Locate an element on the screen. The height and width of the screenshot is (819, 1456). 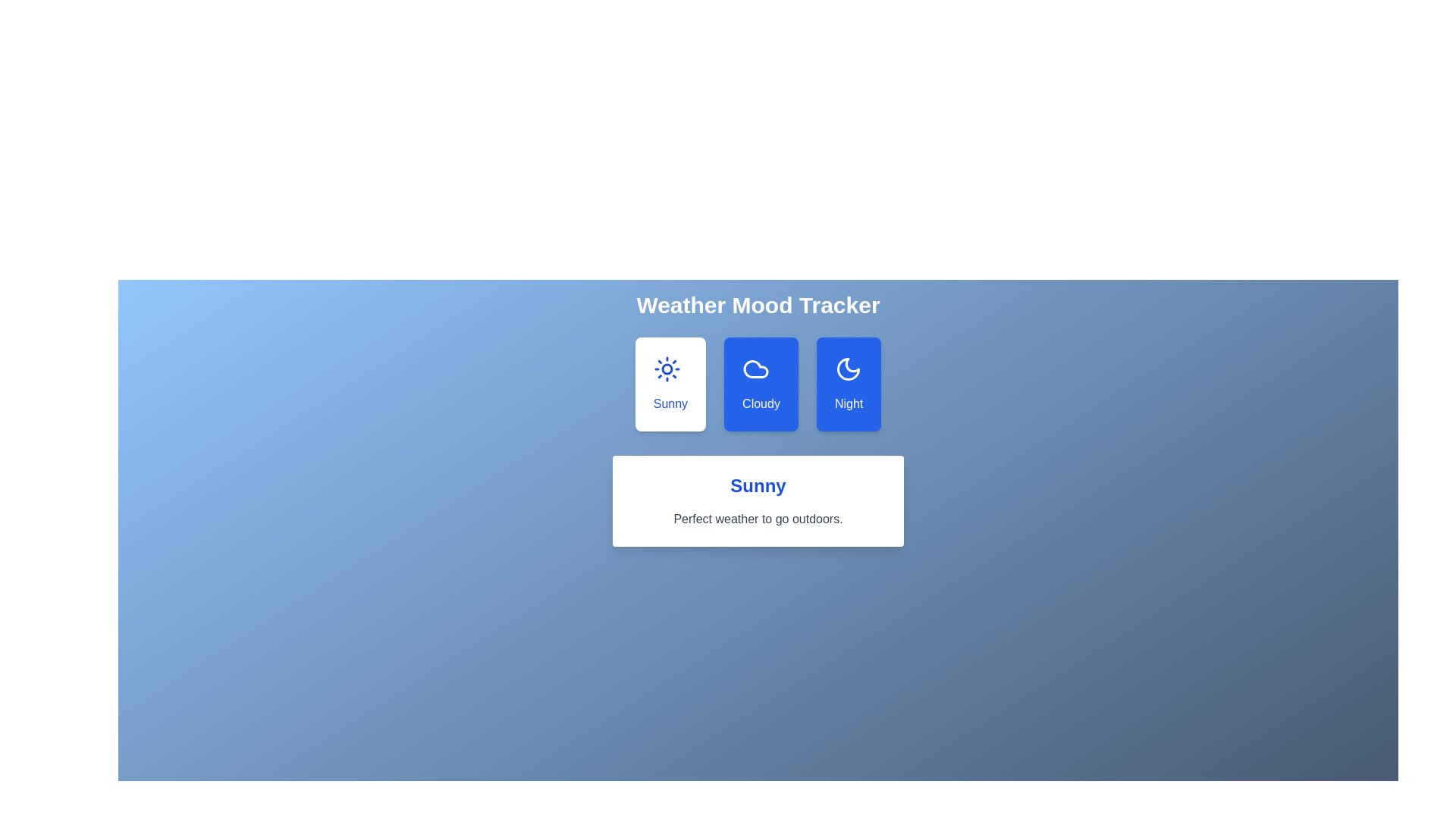
the weather option Cloudy to activate it is located at coordinates (761, 383).